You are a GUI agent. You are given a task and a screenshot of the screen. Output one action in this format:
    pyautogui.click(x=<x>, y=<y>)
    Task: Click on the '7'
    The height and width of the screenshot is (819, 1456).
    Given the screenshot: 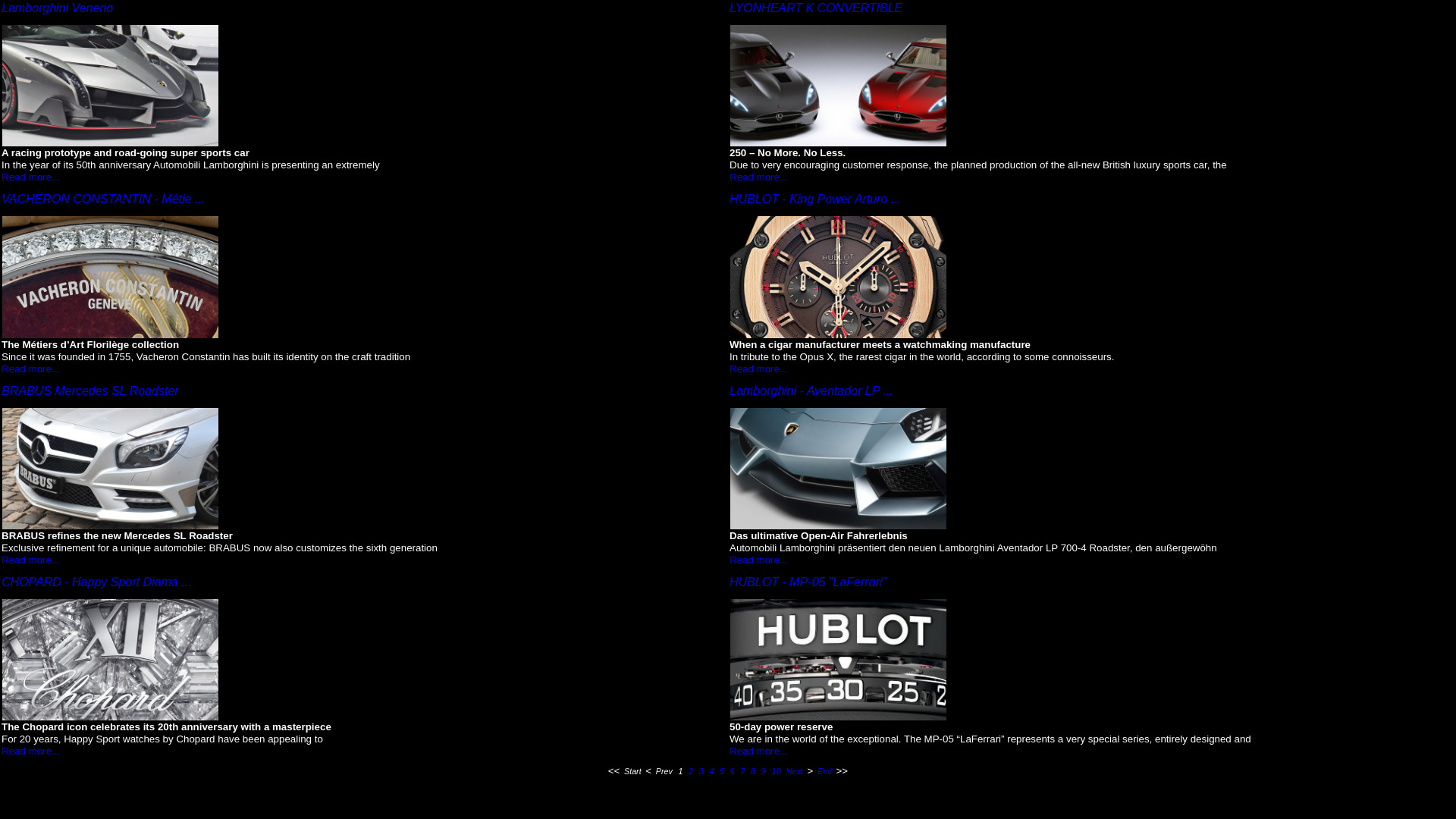 What is the action you would take?
    pyautogui.click(x=739, y=771)
    